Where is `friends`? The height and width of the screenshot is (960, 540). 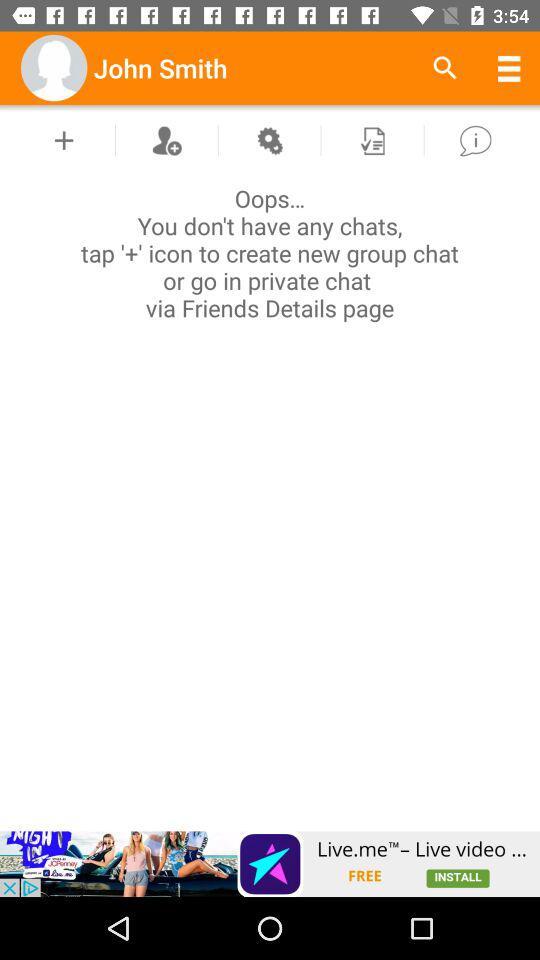 friends is located at coordinates (165, 139).